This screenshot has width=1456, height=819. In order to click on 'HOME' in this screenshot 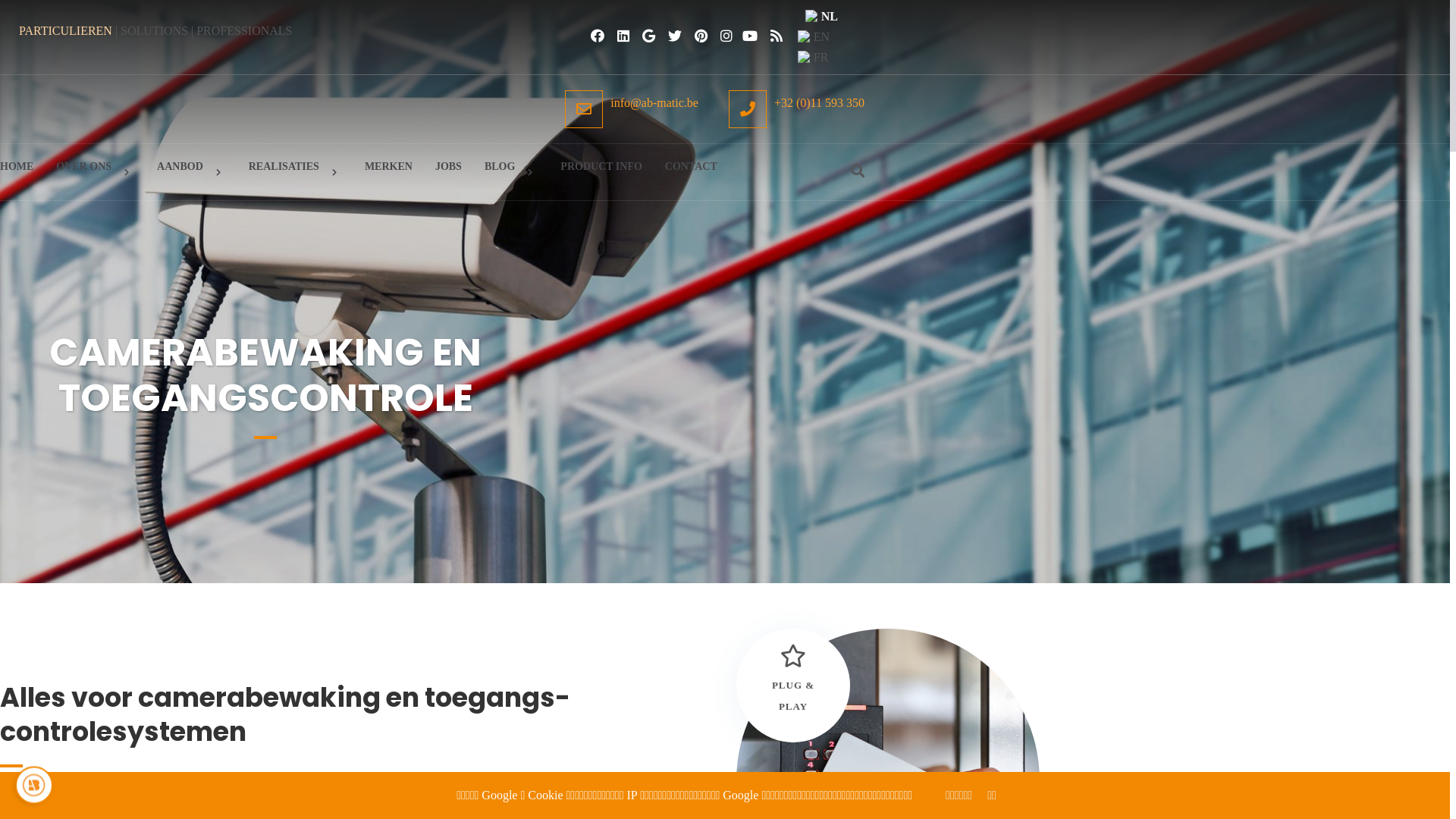, I will do `click(17, 166)`.